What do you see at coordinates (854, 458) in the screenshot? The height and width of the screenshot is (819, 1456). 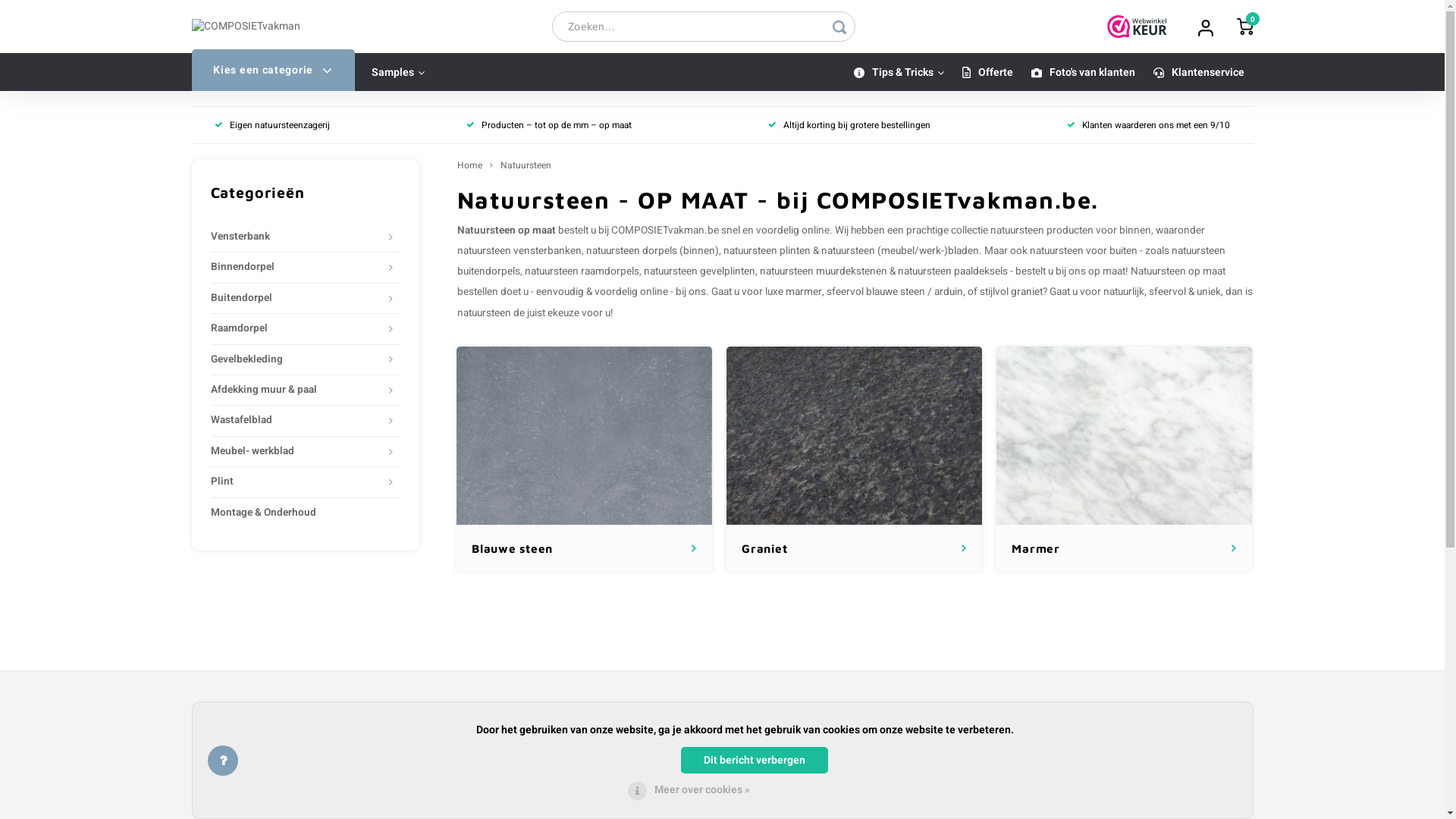 I see `'Graniet'` at bounding box center [854, 458].